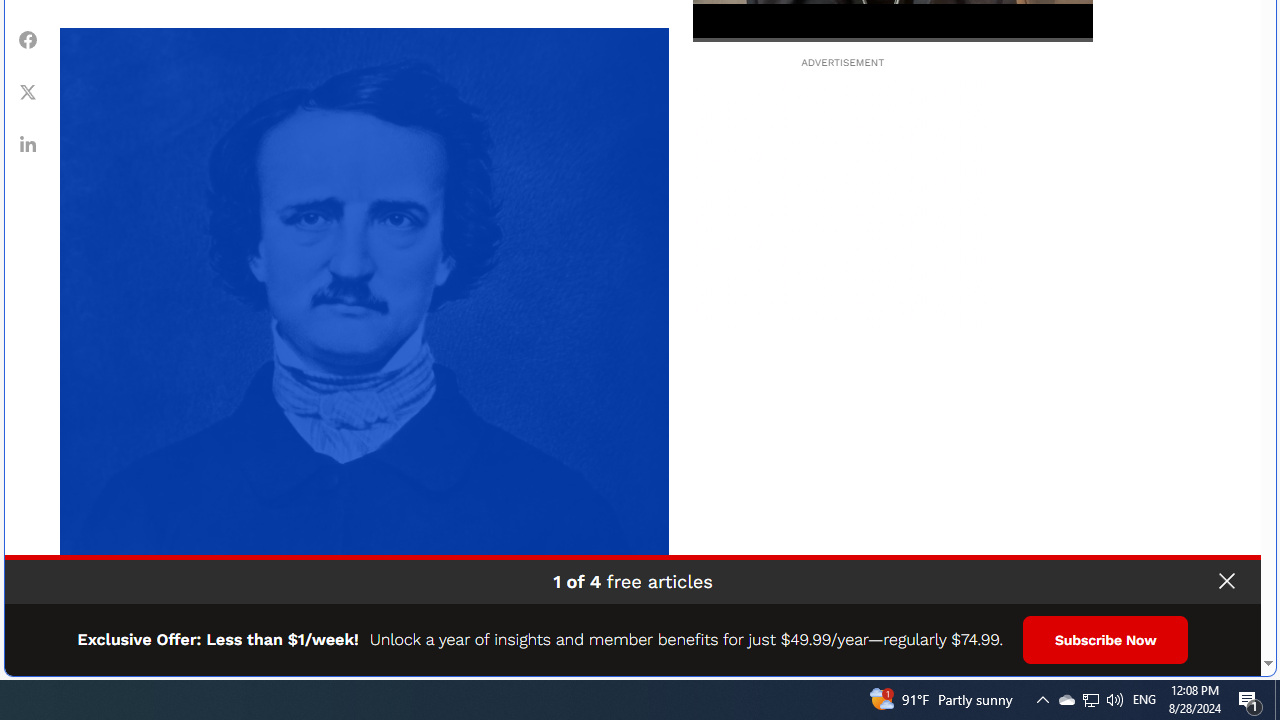 This screenshot has height=720, width=1280. I want to click on 'Class: fs-icon fs-icon--Facebook', so click(28, 39).